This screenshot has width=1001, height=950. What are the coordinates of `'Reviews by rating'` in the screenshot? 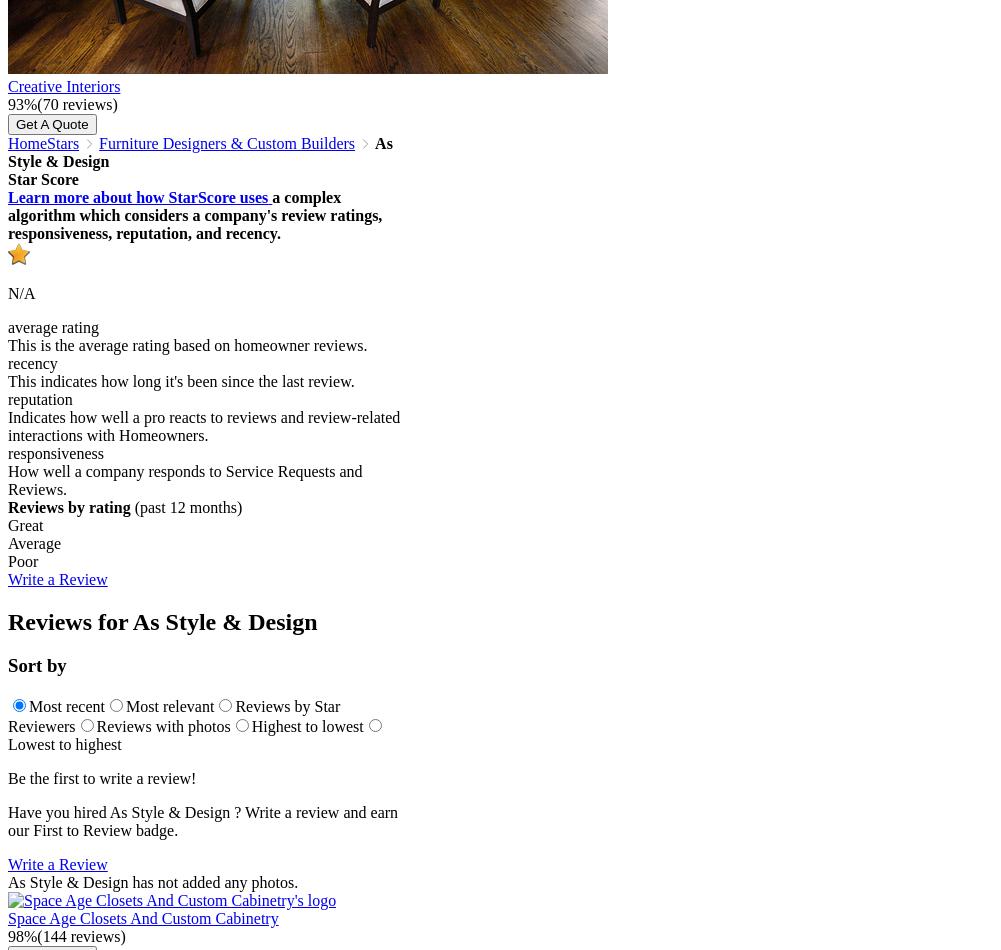 It's located at (68, 506).